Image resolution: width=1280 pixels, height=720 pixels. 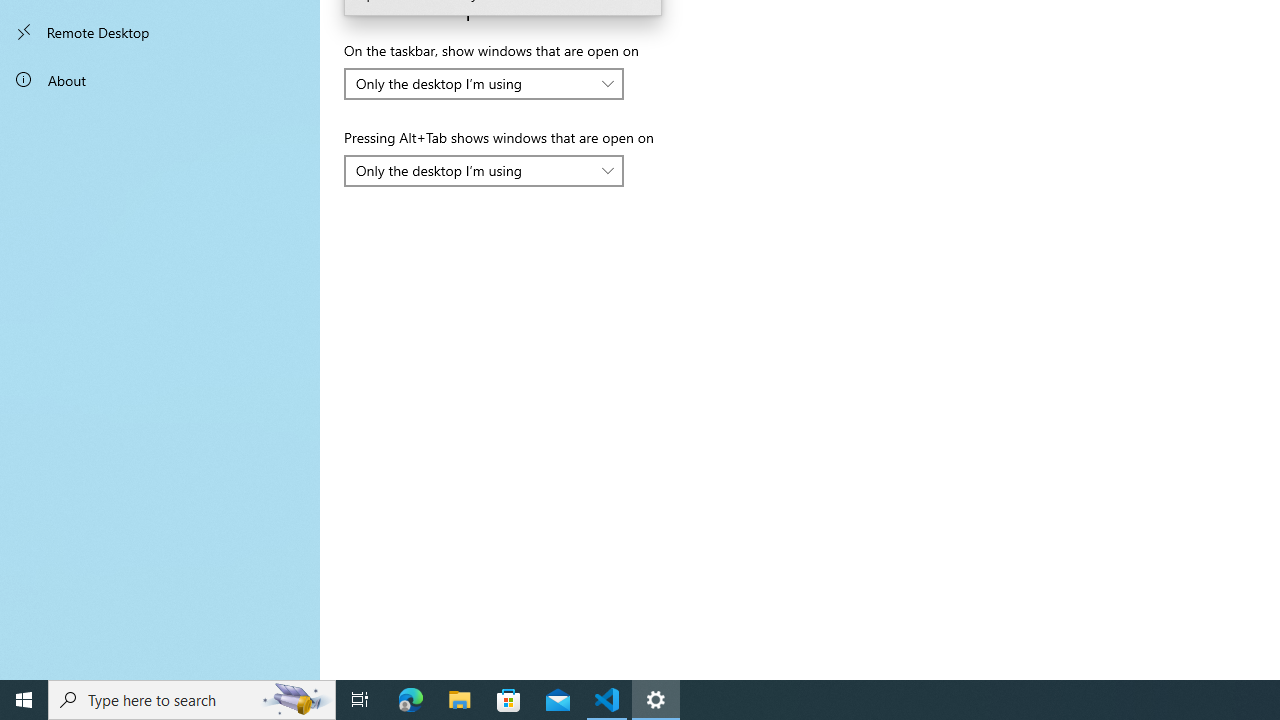 What do you see at coordinates (606, 698) in the screenshot?
I see `'Visual Studio Code - 1 running window'` at bounding box center [606, 698].